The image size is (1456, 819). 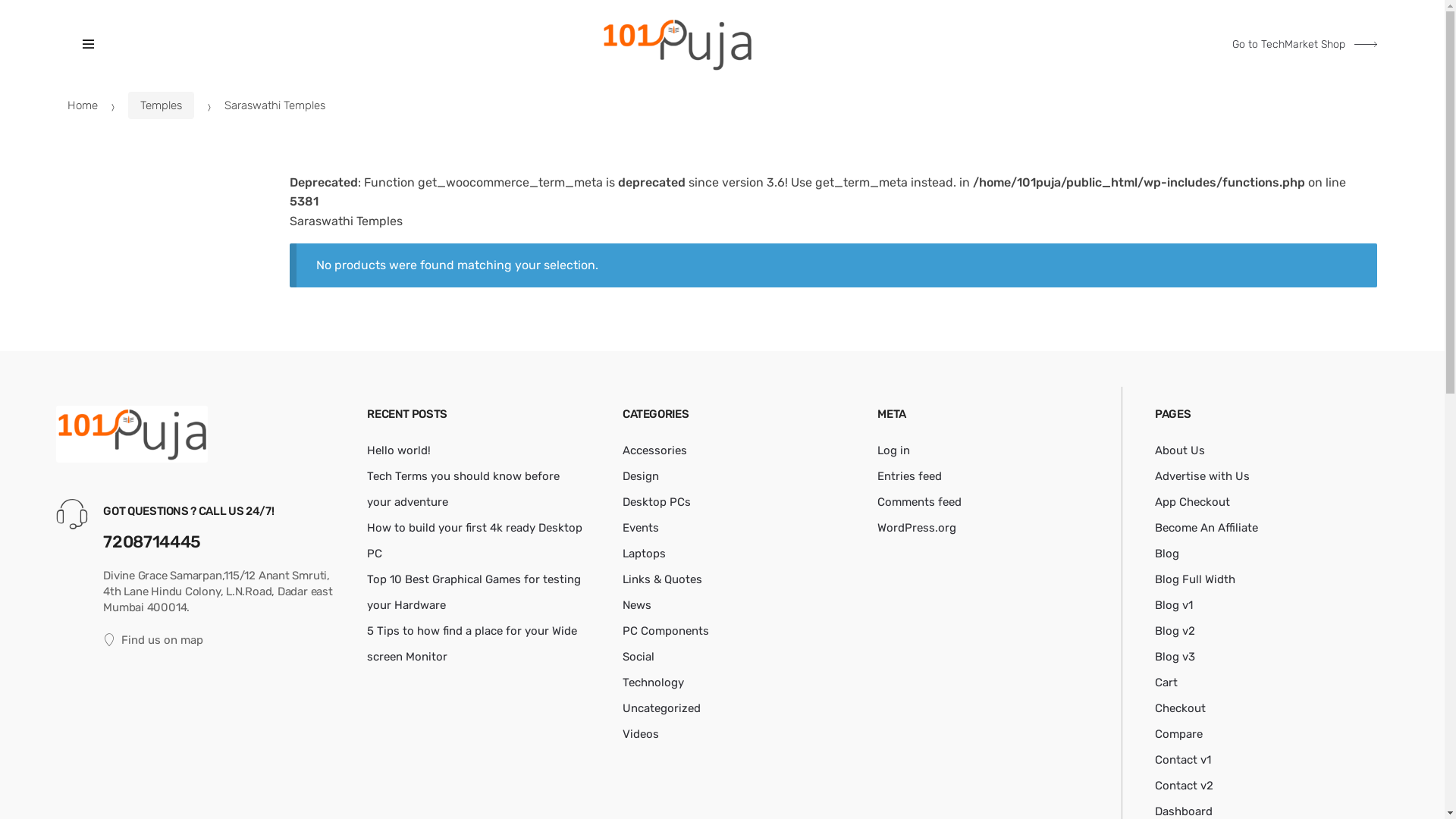 I want to click on 'App Checkout', so click(x=1191, y=502).